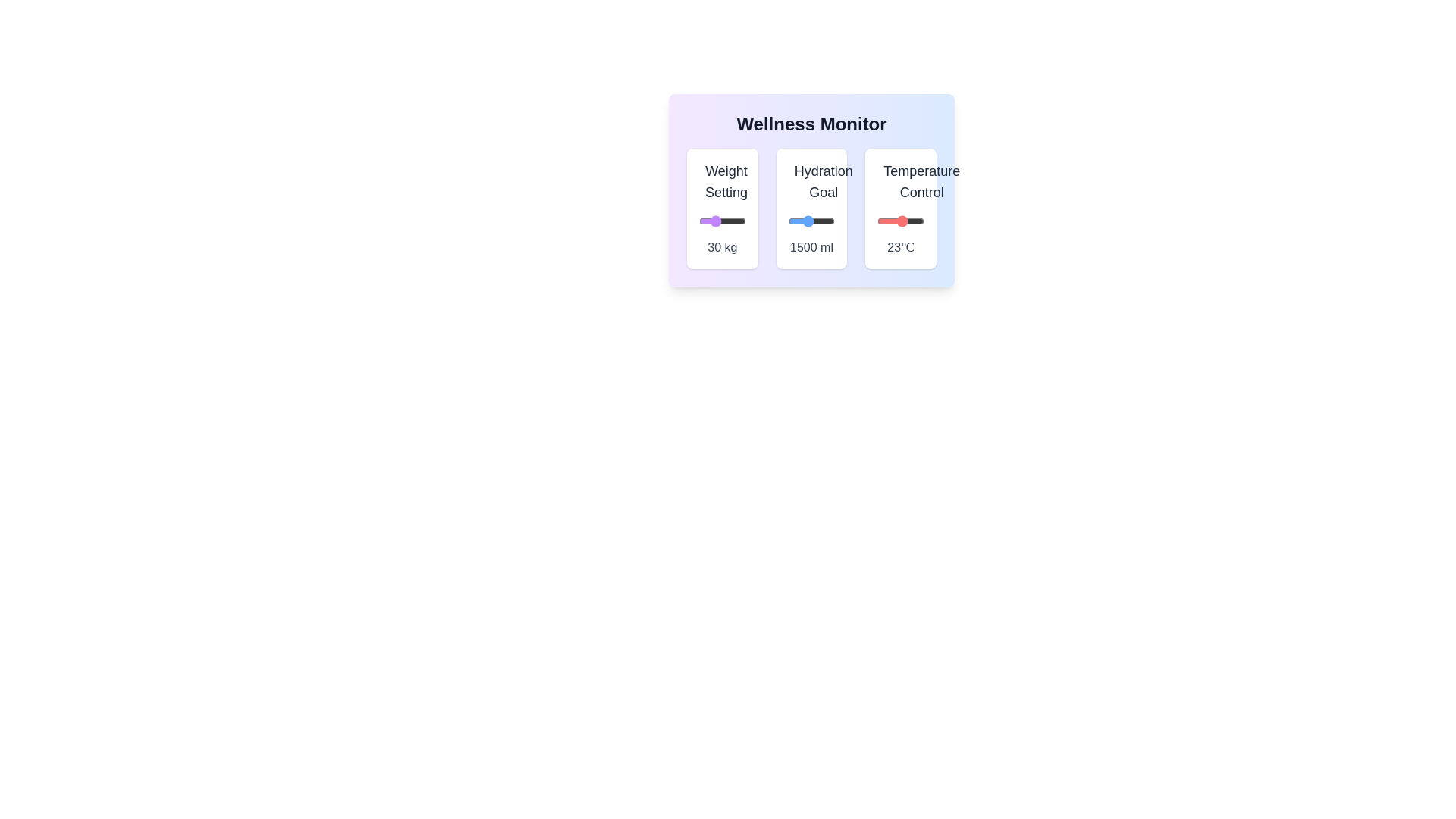 The image size is (1456, 819). I want to click on the weight setting, so click(738, 221).